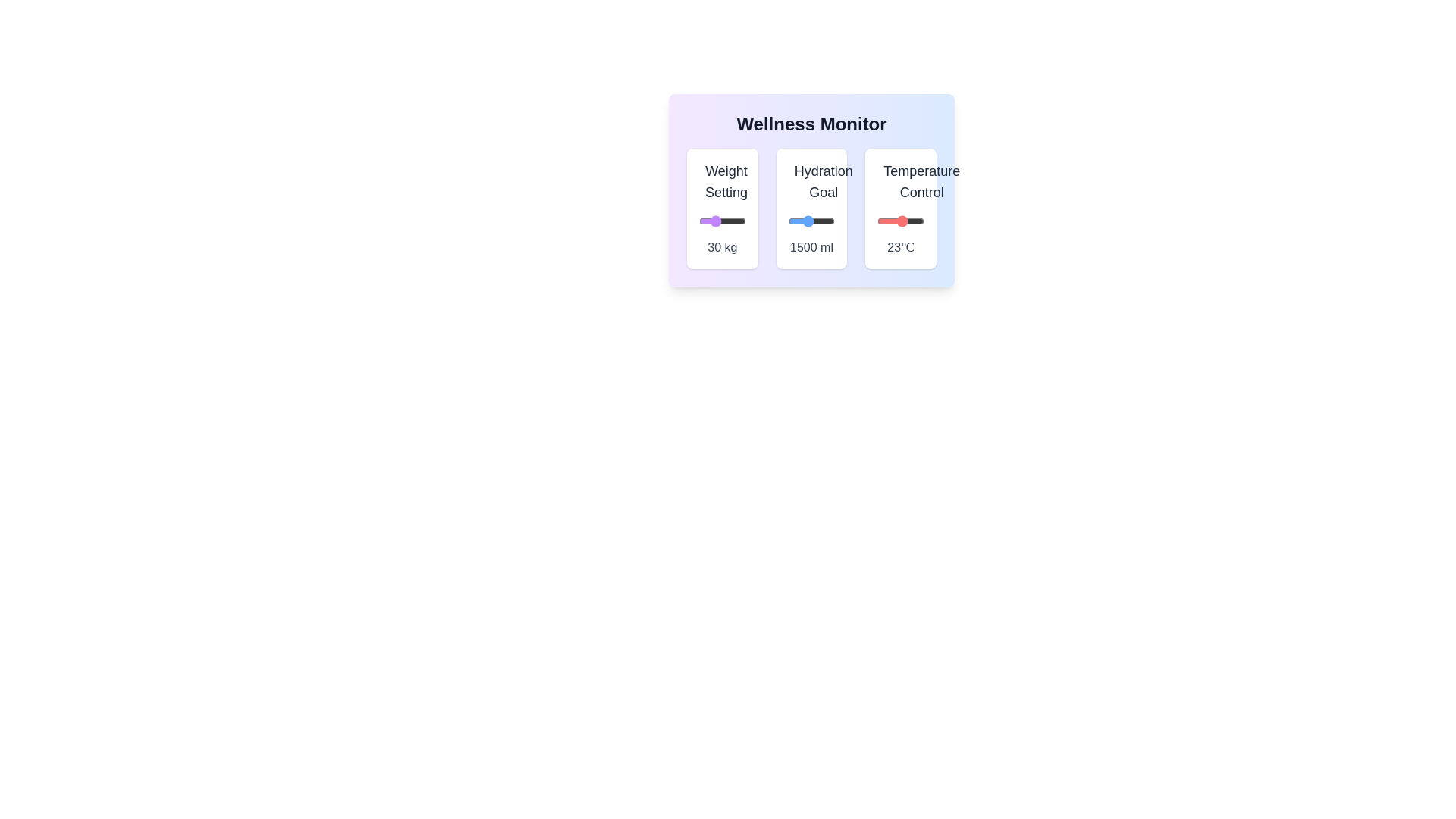 The image size is (1456, 819). I want to click on the weight setting, so click(738, 221).